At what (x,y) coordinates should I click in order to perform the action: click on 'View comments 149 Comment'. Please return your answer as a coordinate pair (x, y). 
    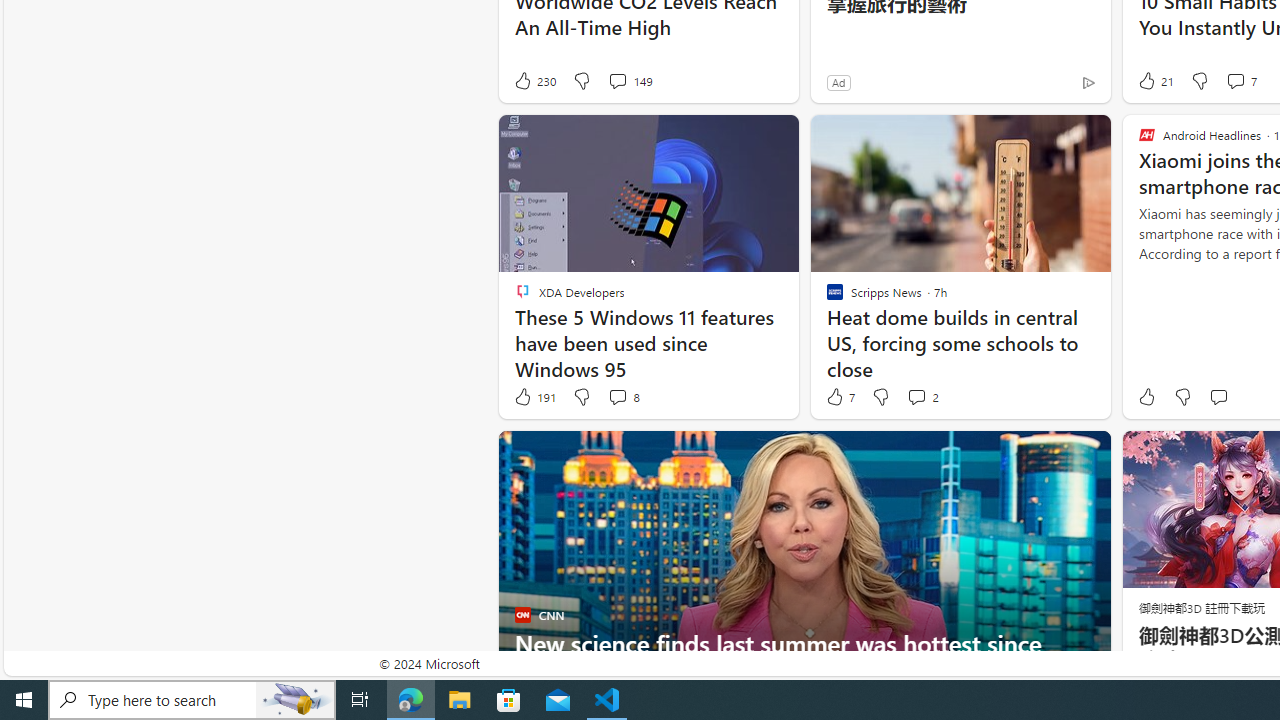
    Looking at the image, I should click on (628, 80).